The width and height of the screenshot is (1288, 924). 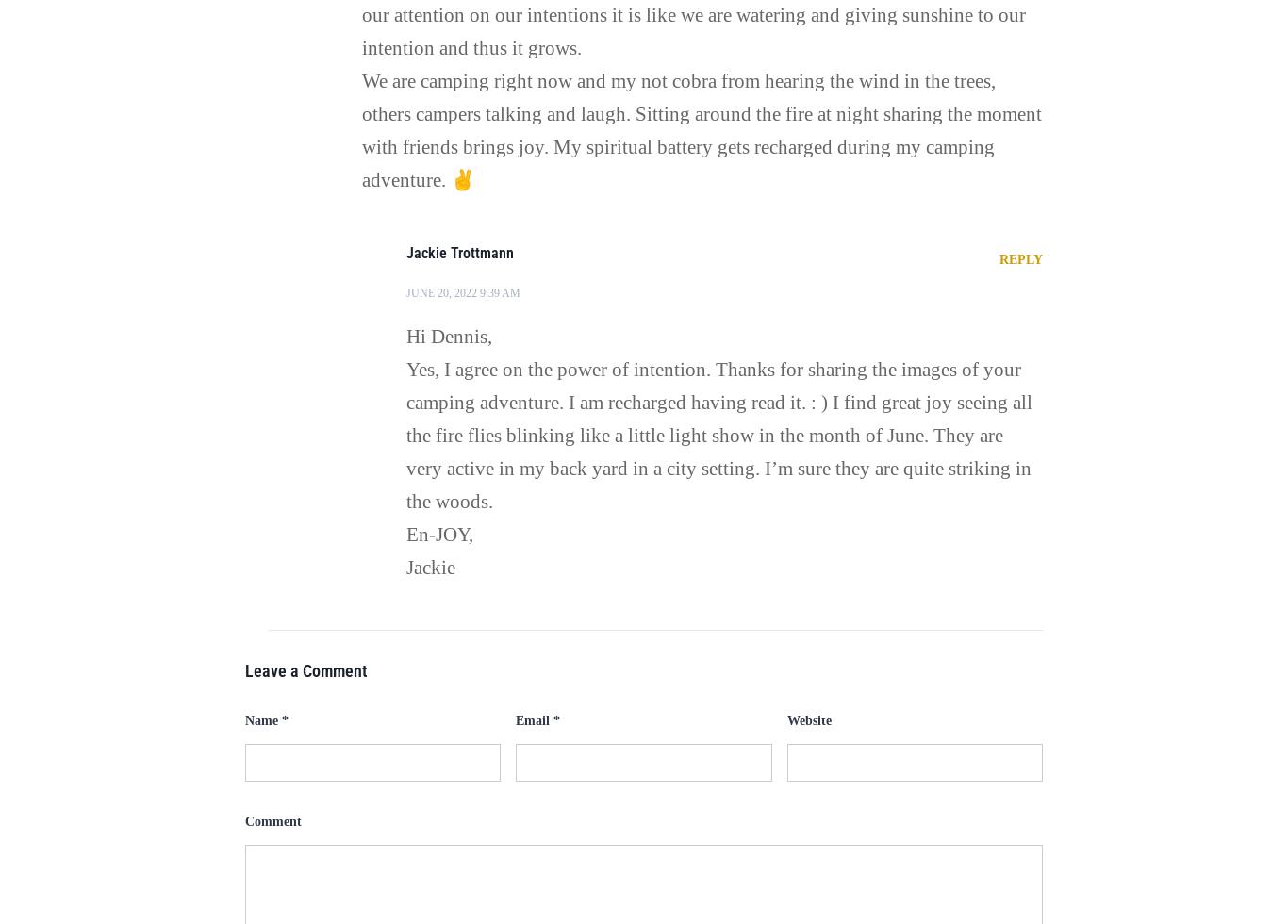 I want to click on 'June 20, 2022 9:39 am', so click(x=463, y=291).